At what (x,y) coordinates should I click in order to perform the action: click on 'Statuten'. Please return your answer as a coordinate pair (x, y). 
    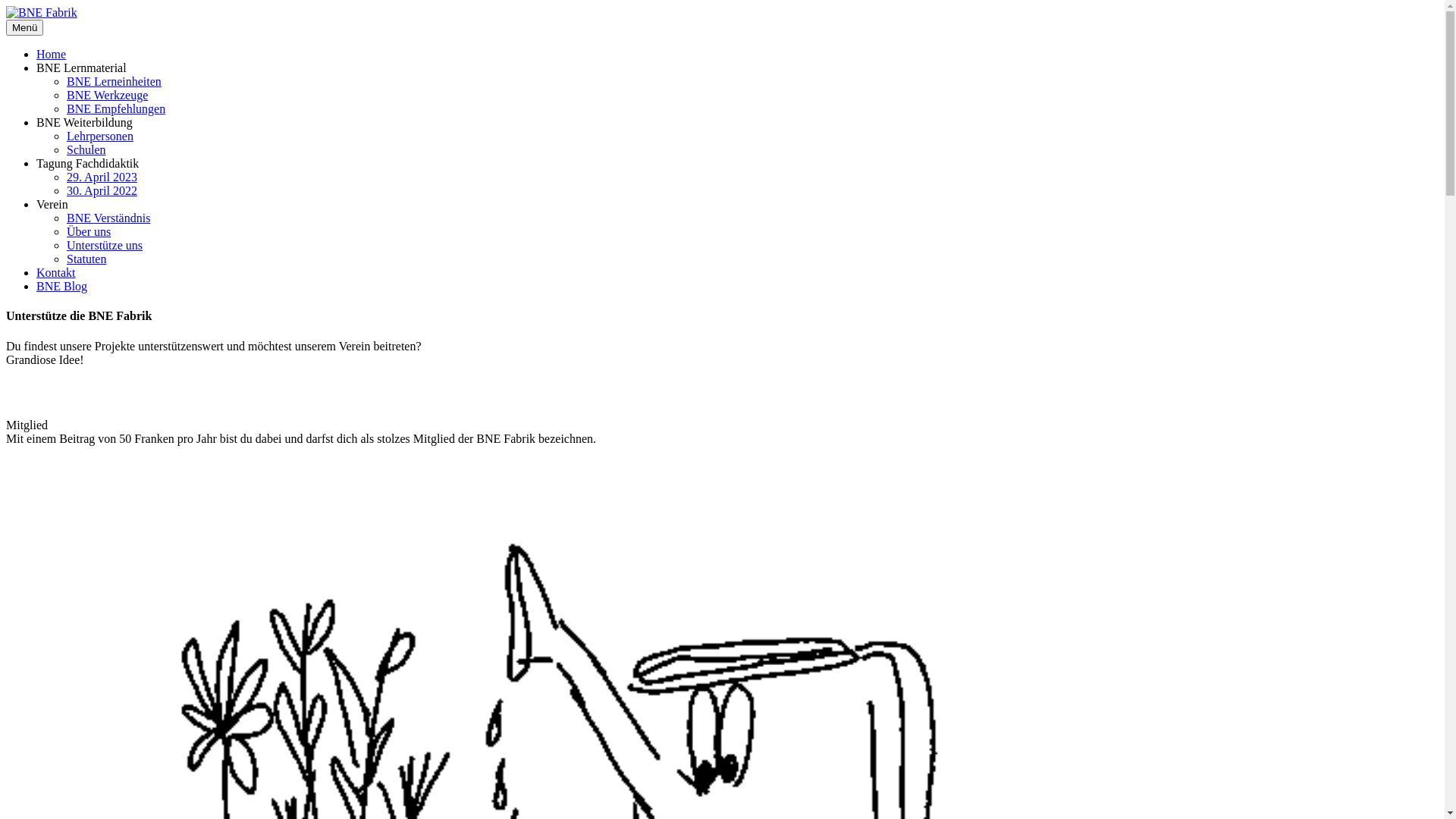
    Looking at the image, I should click on (86, 258).